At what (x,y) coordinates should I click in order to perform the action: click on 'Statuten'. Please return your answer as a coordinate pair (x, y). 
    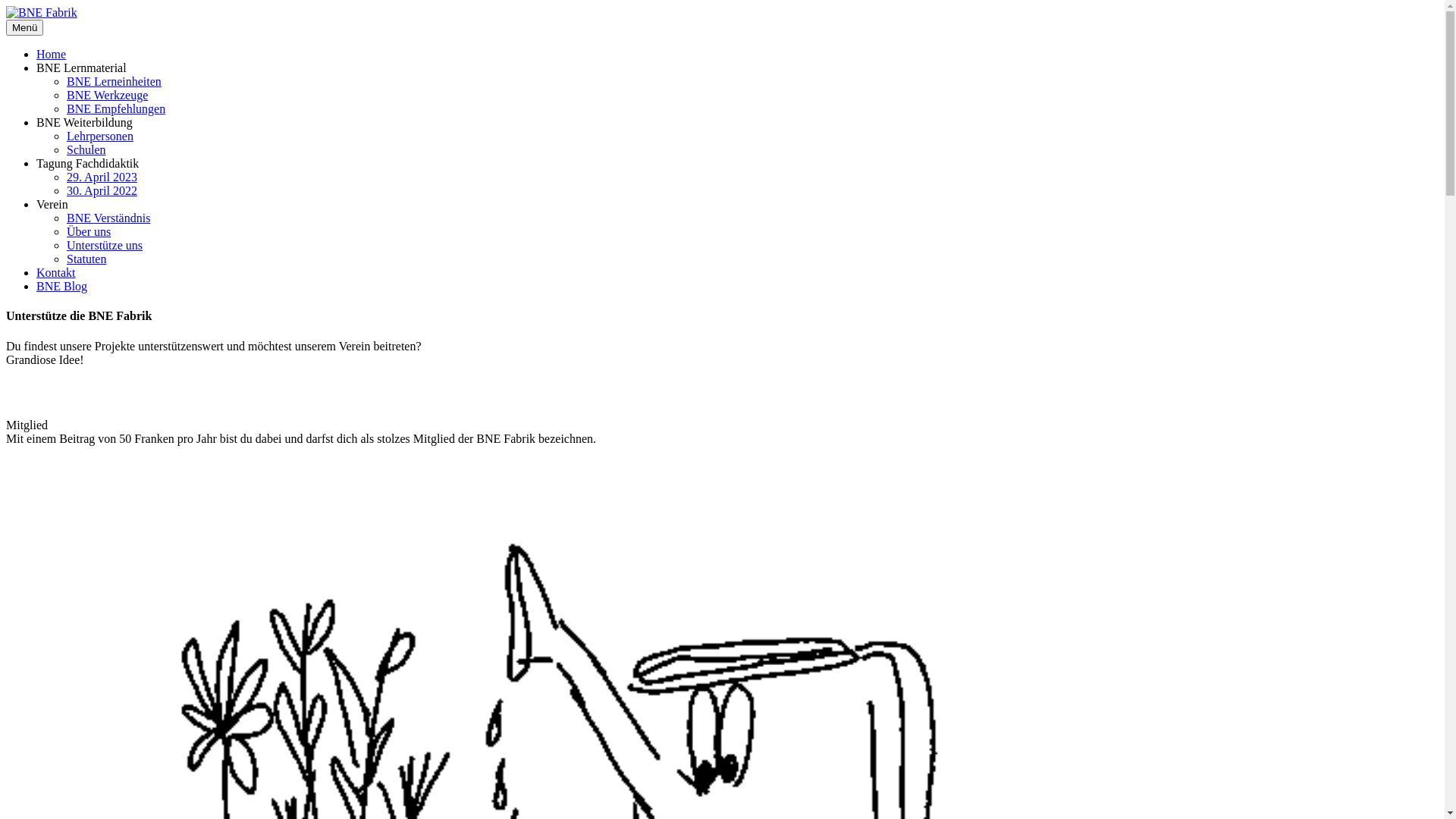
    Looking at the image, I should click on (86, 258).